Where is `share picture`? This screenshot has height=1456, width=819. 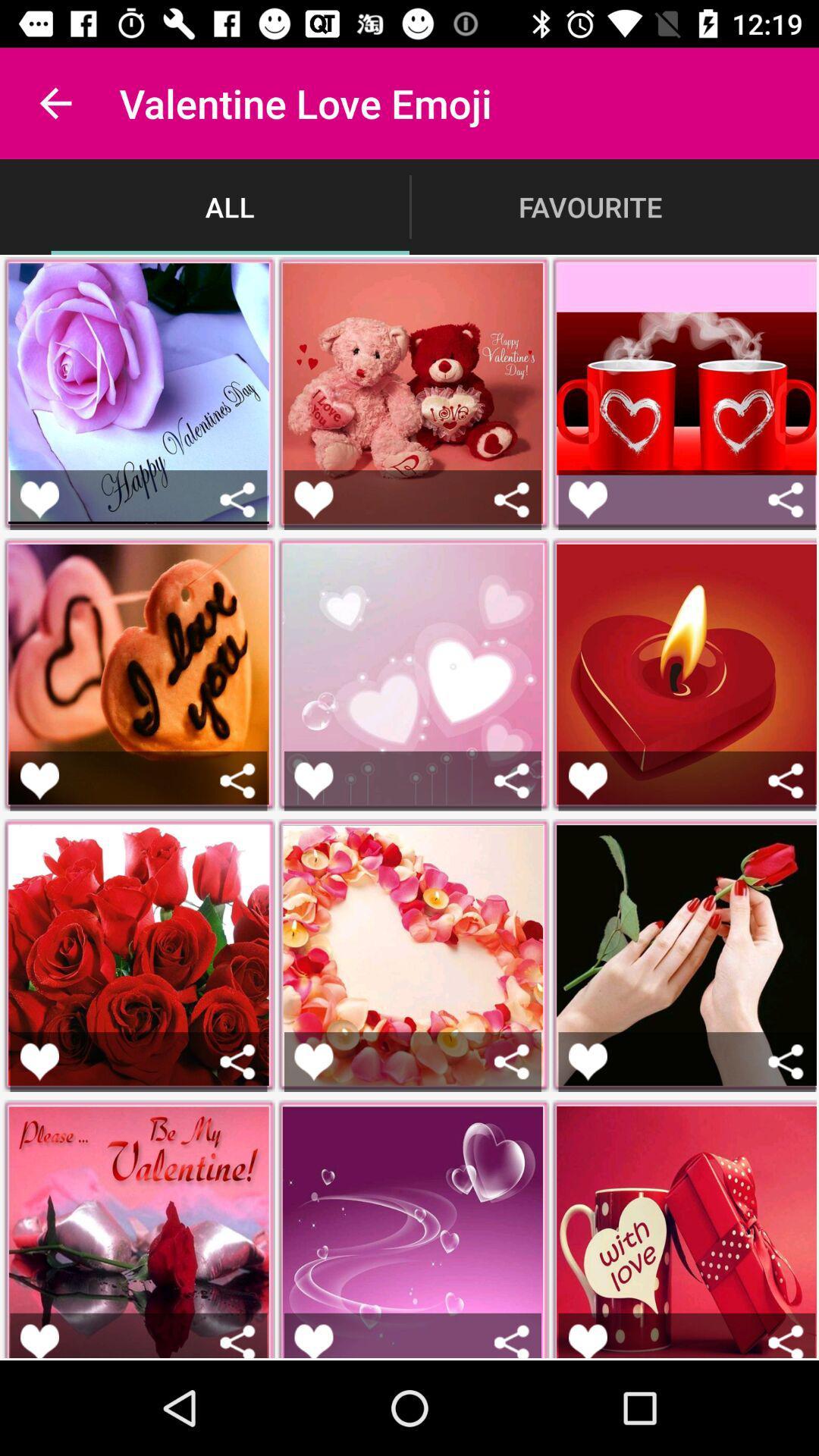 share picture is located at coordinates (512, 780).